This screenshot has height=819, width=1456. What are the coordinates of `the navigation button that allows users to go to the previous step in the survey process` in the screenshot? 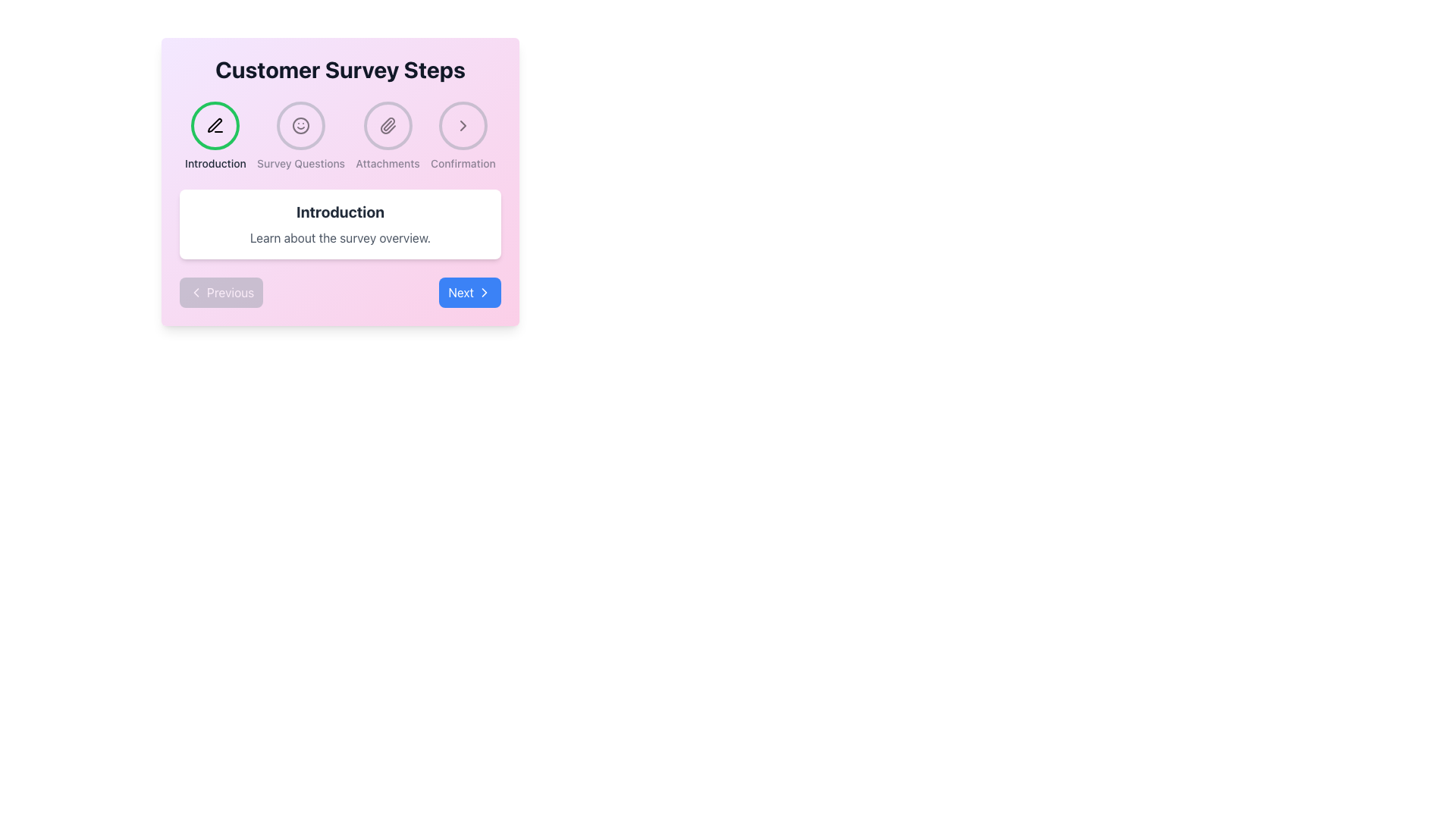 It's located at (221, 292).